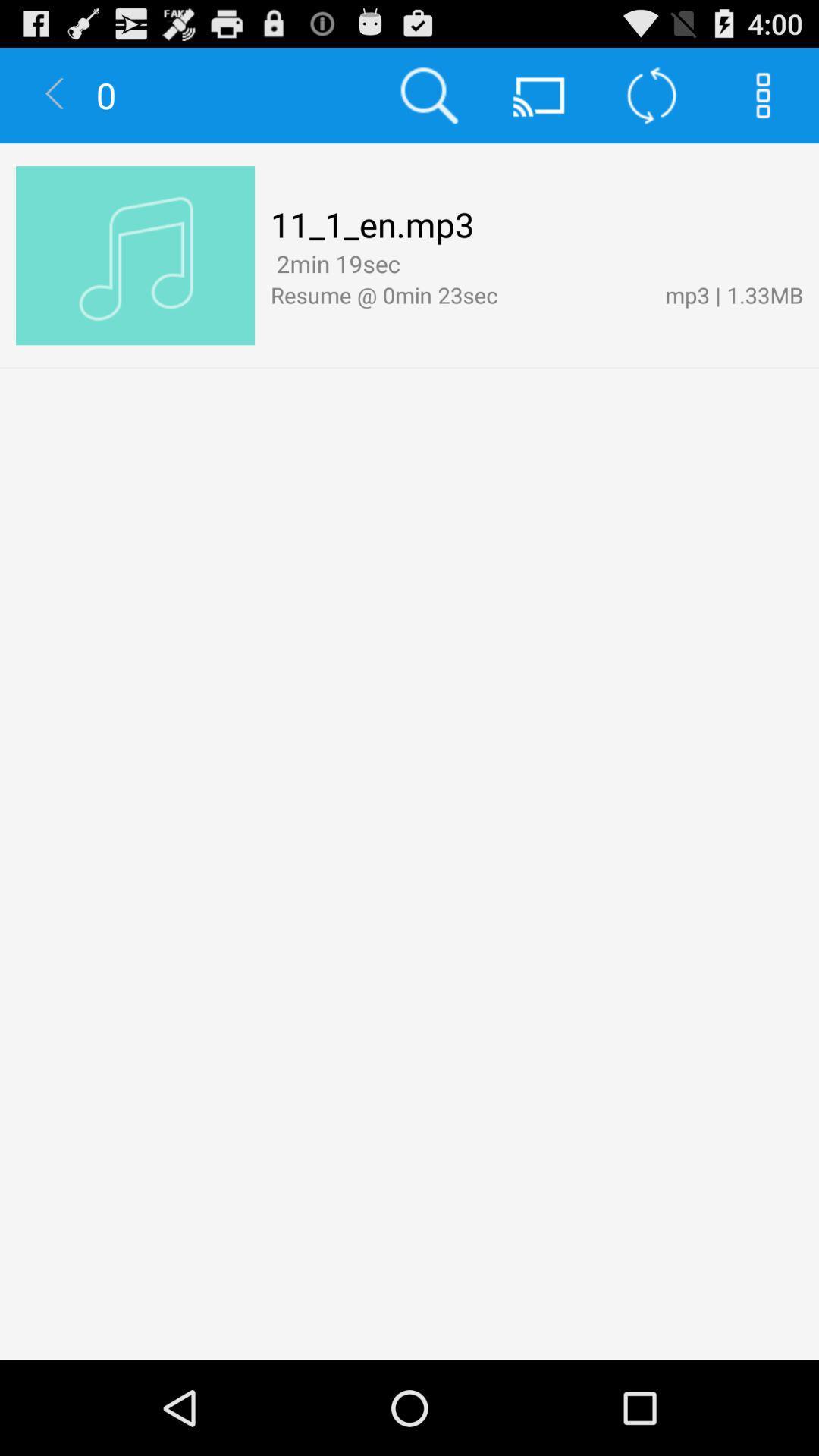 This screenshot has width=819, height=1456. Describe the element at coordinates (412, 265) in the screenshot. I see `item next to  2min 19sec app` at that location.